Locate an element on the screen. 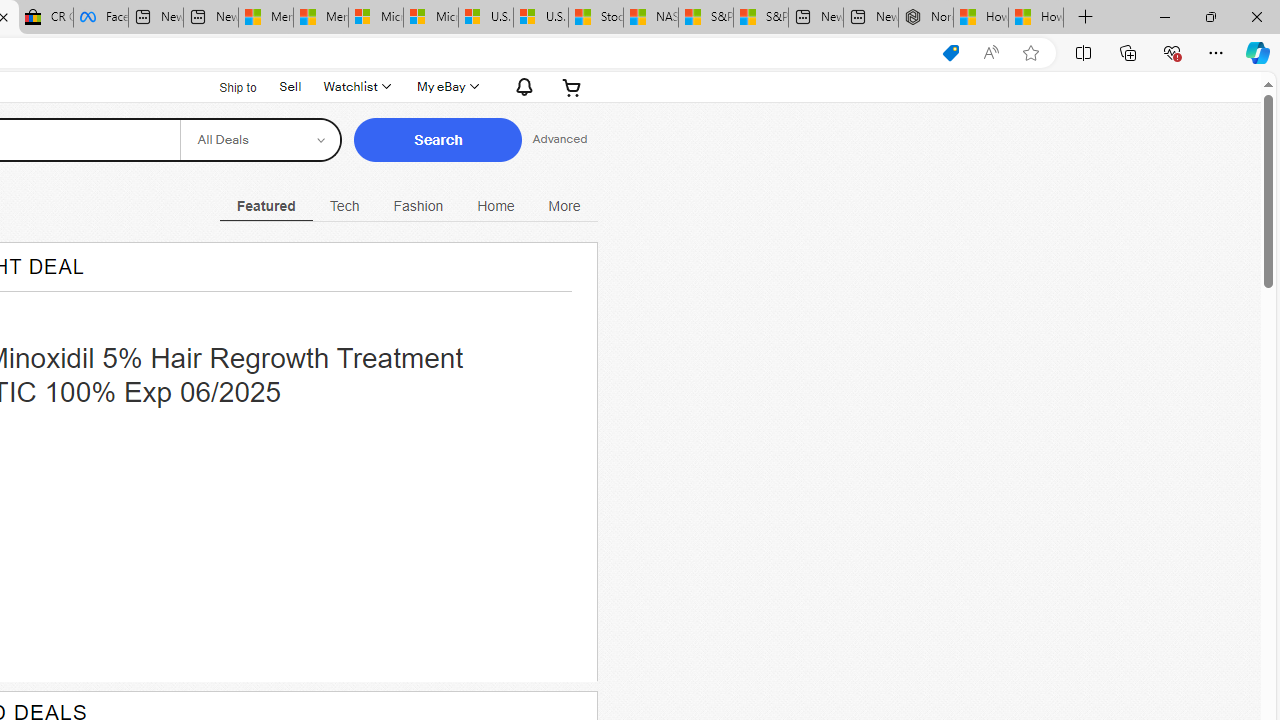  'Advanced Search' is located at coordinates (560, 139).